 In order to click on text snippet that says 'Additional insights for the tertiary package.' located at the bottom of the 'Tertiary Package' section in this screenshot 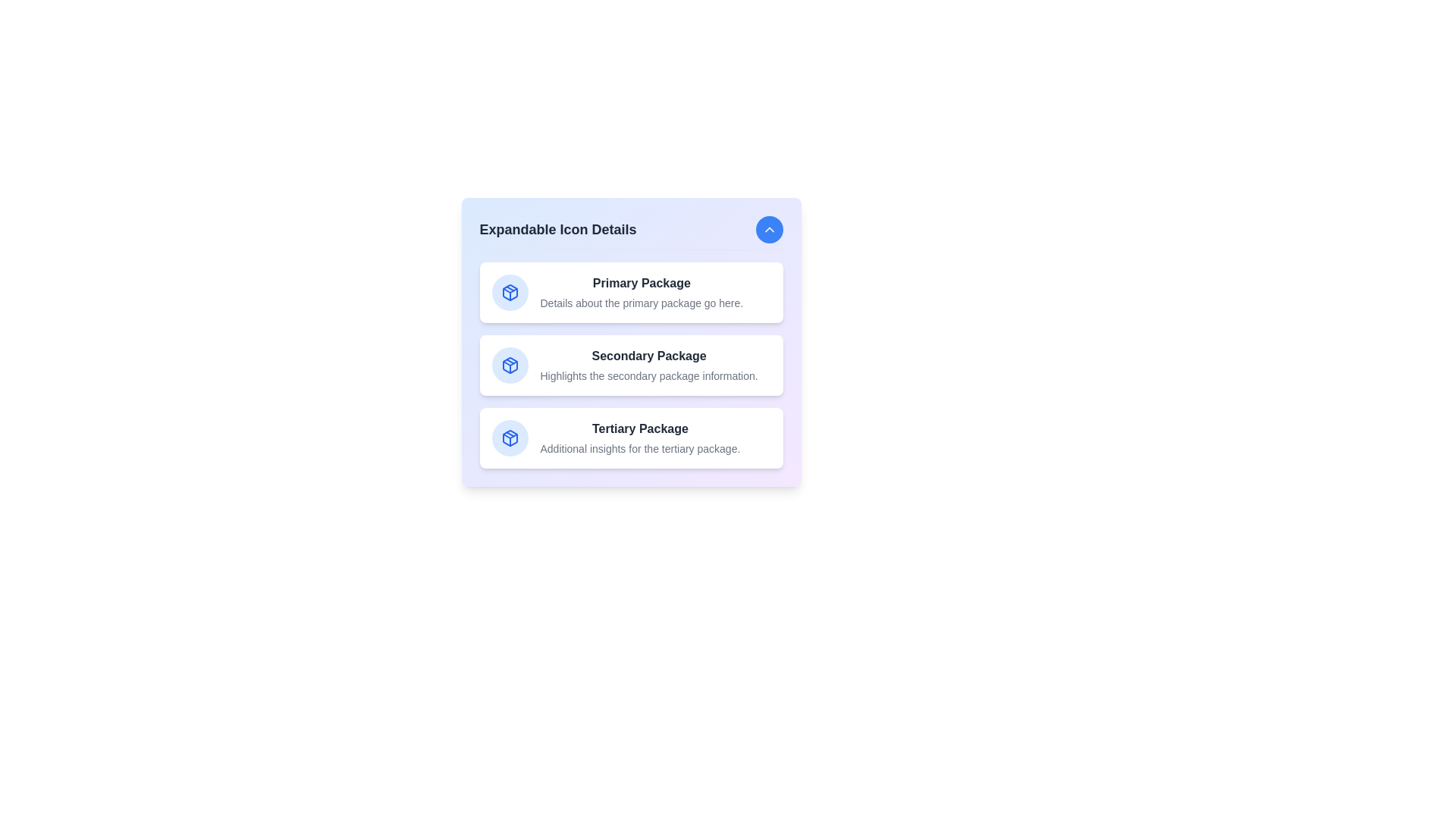, I will do `click(640, 447)`.